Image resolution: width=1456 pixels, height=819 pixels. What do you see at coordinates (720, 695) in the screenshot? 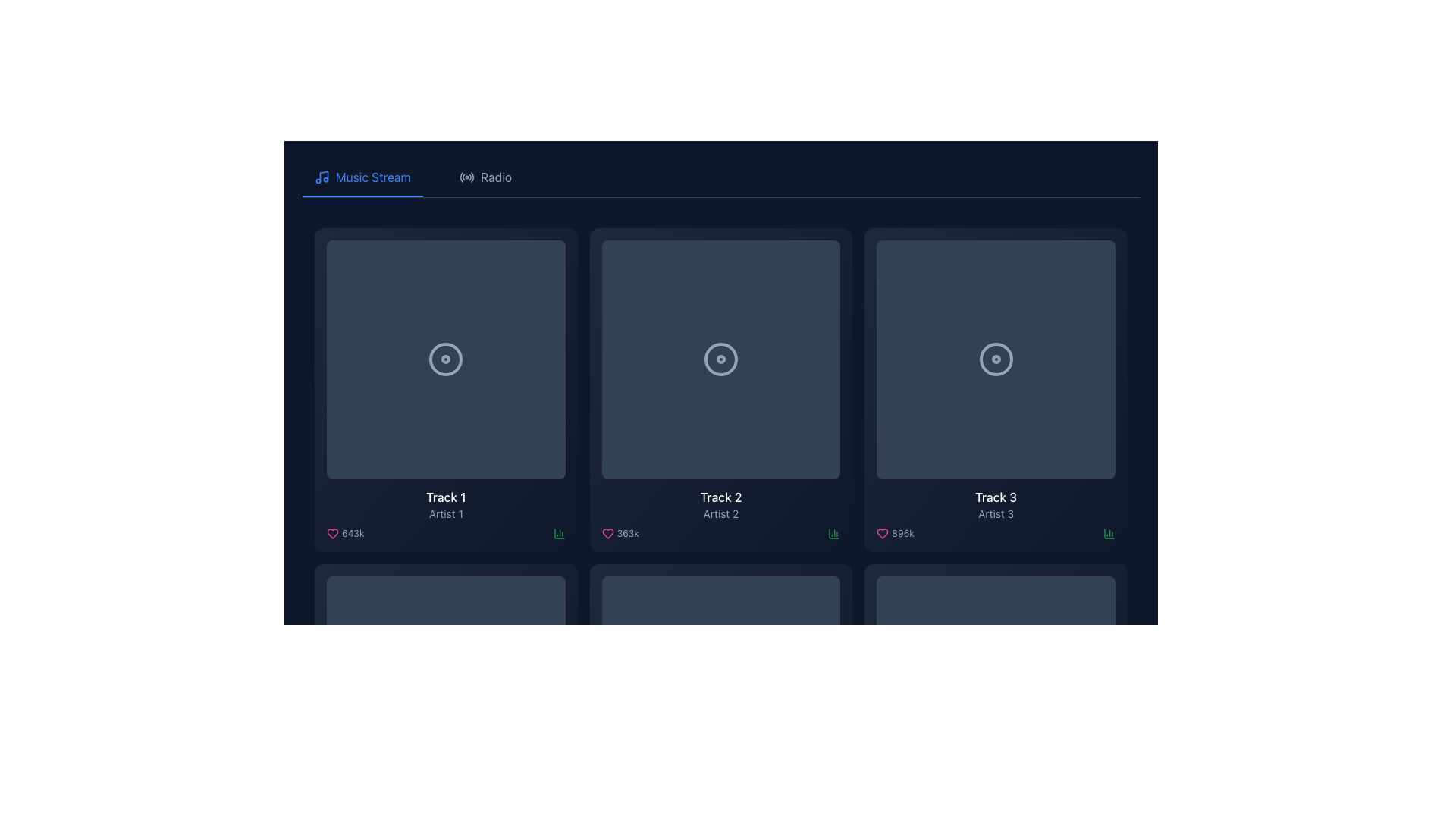
I see `the graphical icon that serves as a representation or placeholder for media content, positioned centrally within the square dark background of the track cover` at bounding box center [720, 695].